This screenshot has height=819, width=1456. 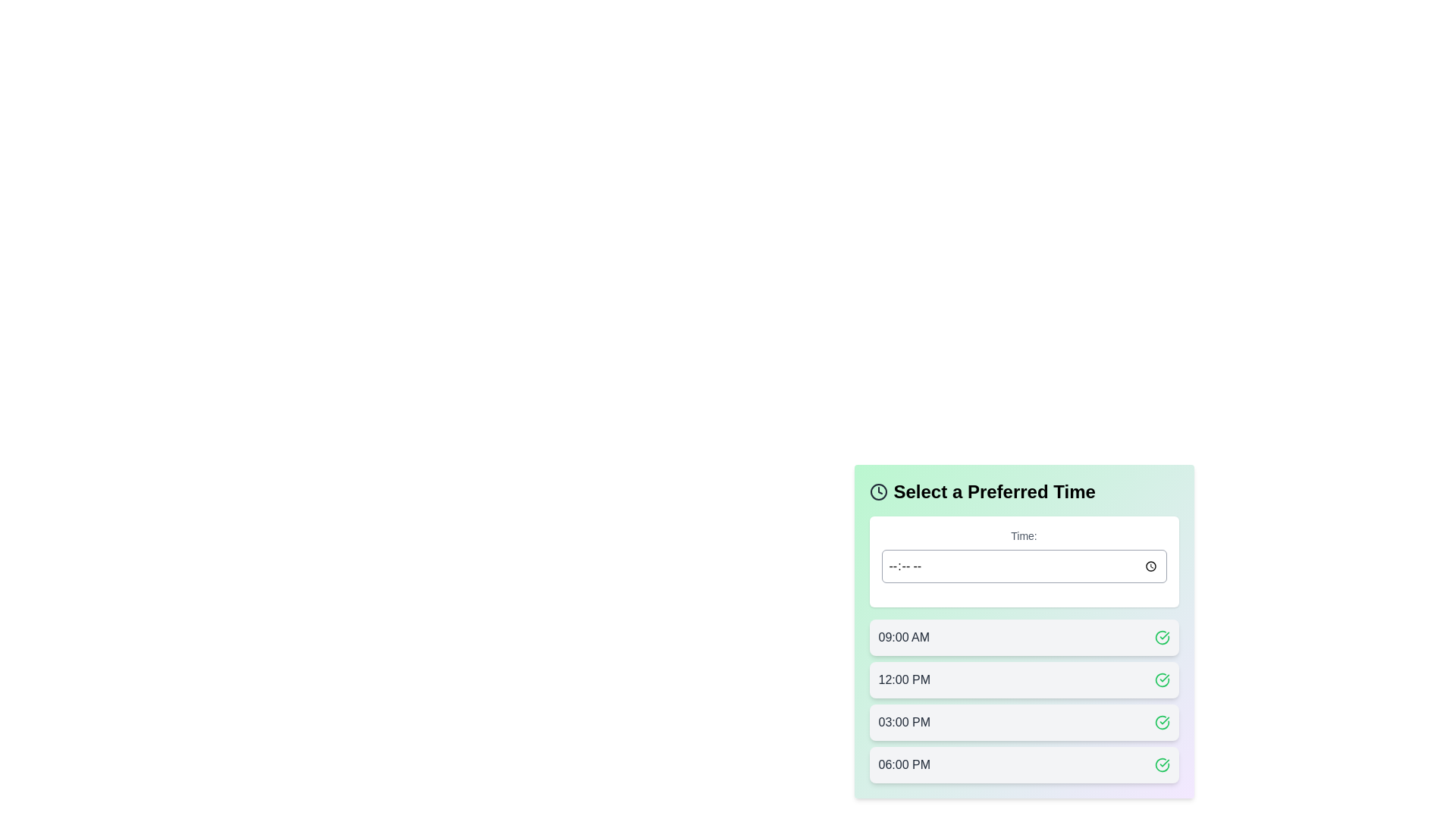 I want to click on the selectable time option '03:00 PM' in the list, so click(x=1024, y=721).